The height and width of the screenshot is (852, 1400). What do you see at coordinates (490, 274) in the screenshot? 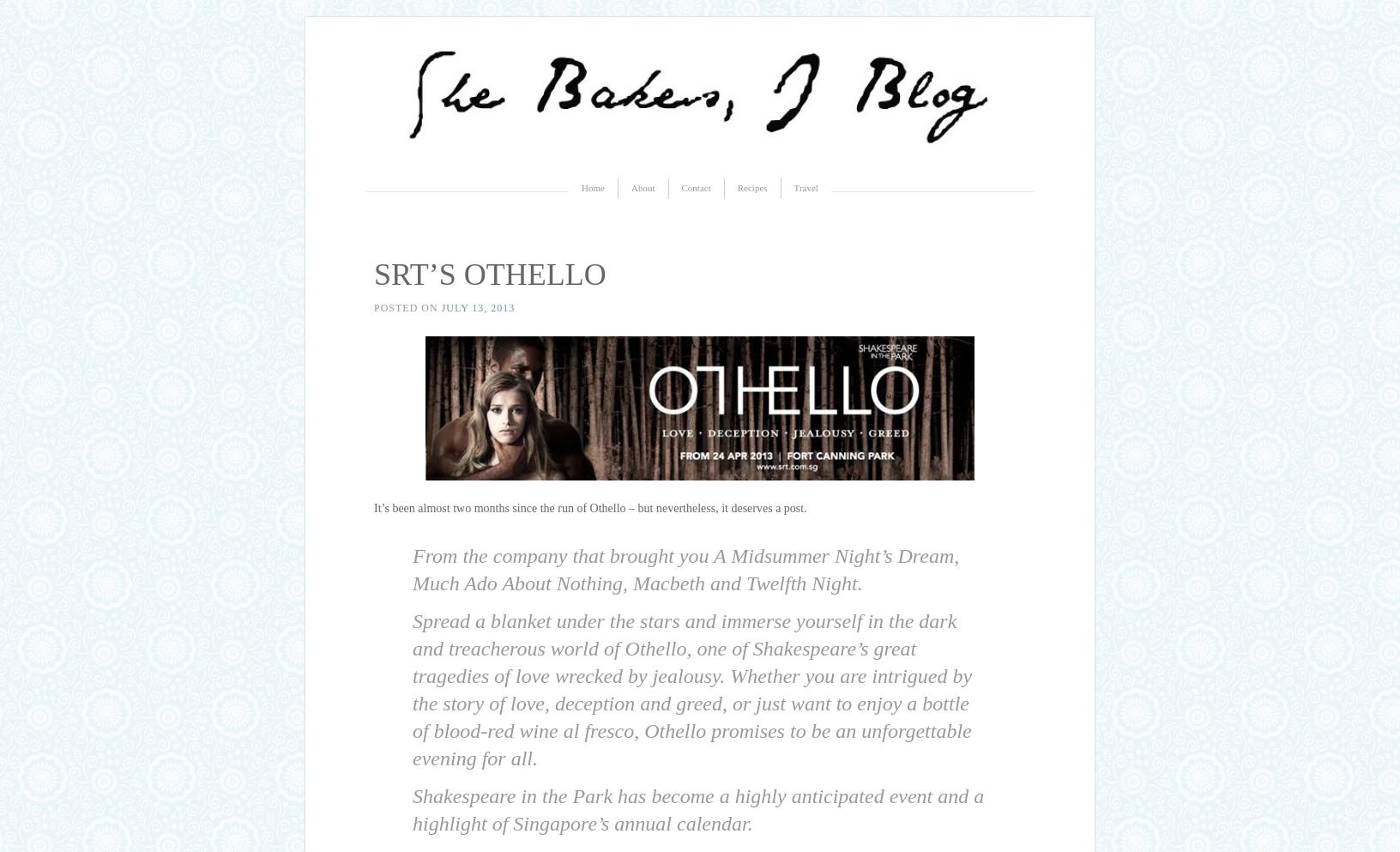
I see `'SRT’S OTHELLO'` at bounding box center [490, 274].